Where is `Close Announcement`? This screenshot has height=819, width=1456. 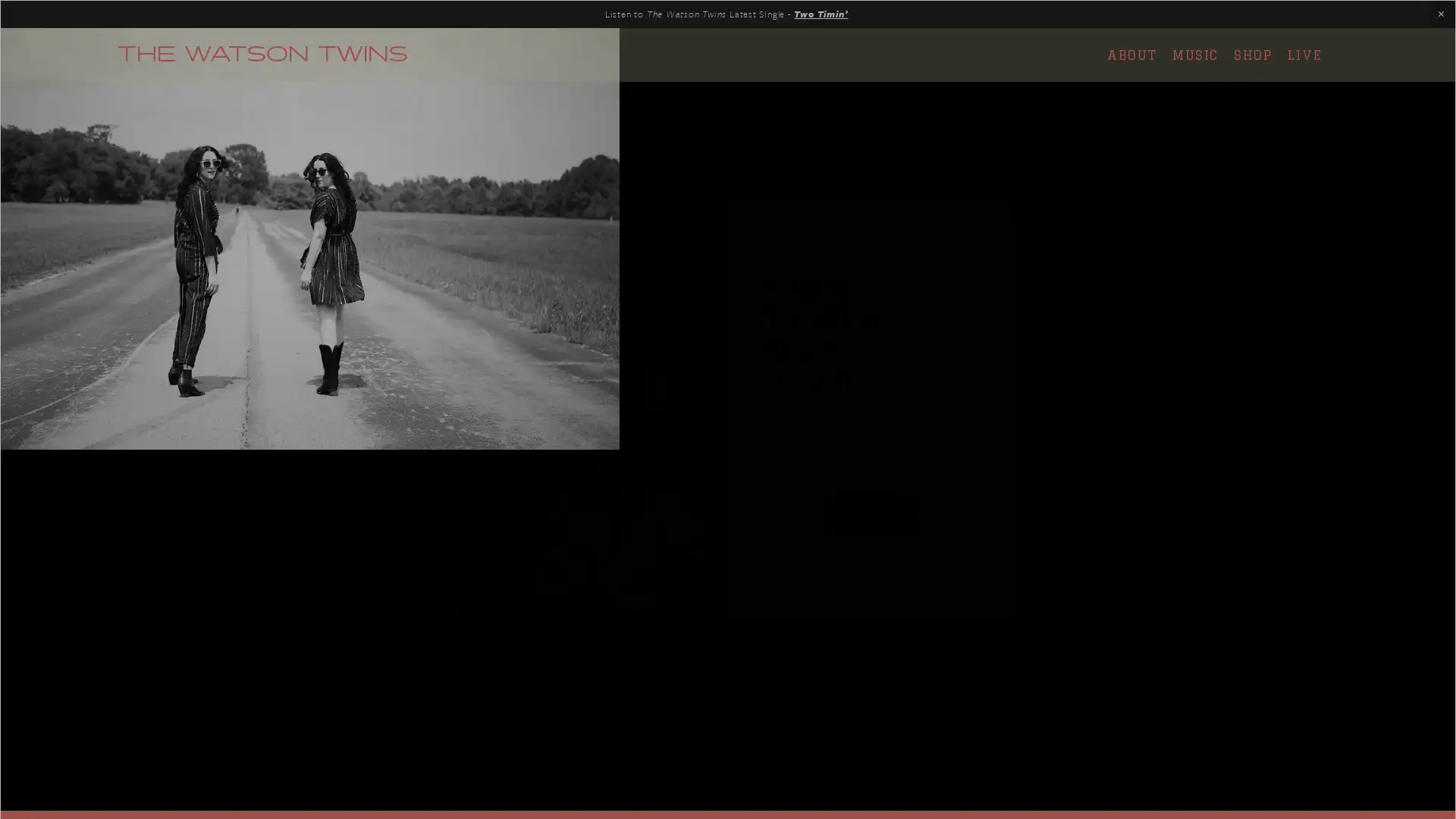 Close Announcement is located at coordinates (1440, 14).